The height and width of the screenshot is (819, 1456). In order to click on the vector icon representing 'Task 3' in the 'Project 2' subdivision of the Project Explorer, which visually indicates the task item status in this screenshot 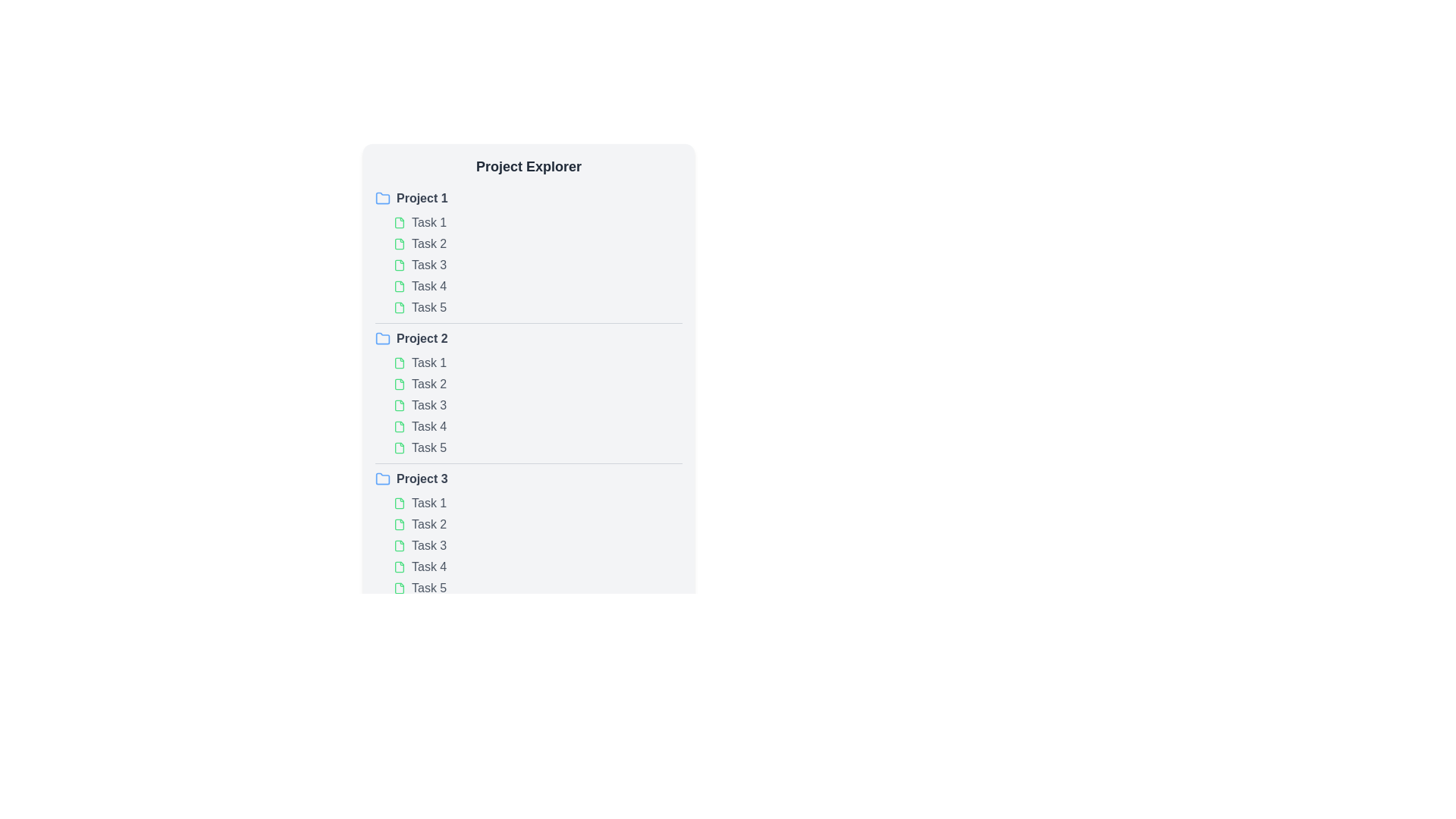, I will do `click(400, 405)`.